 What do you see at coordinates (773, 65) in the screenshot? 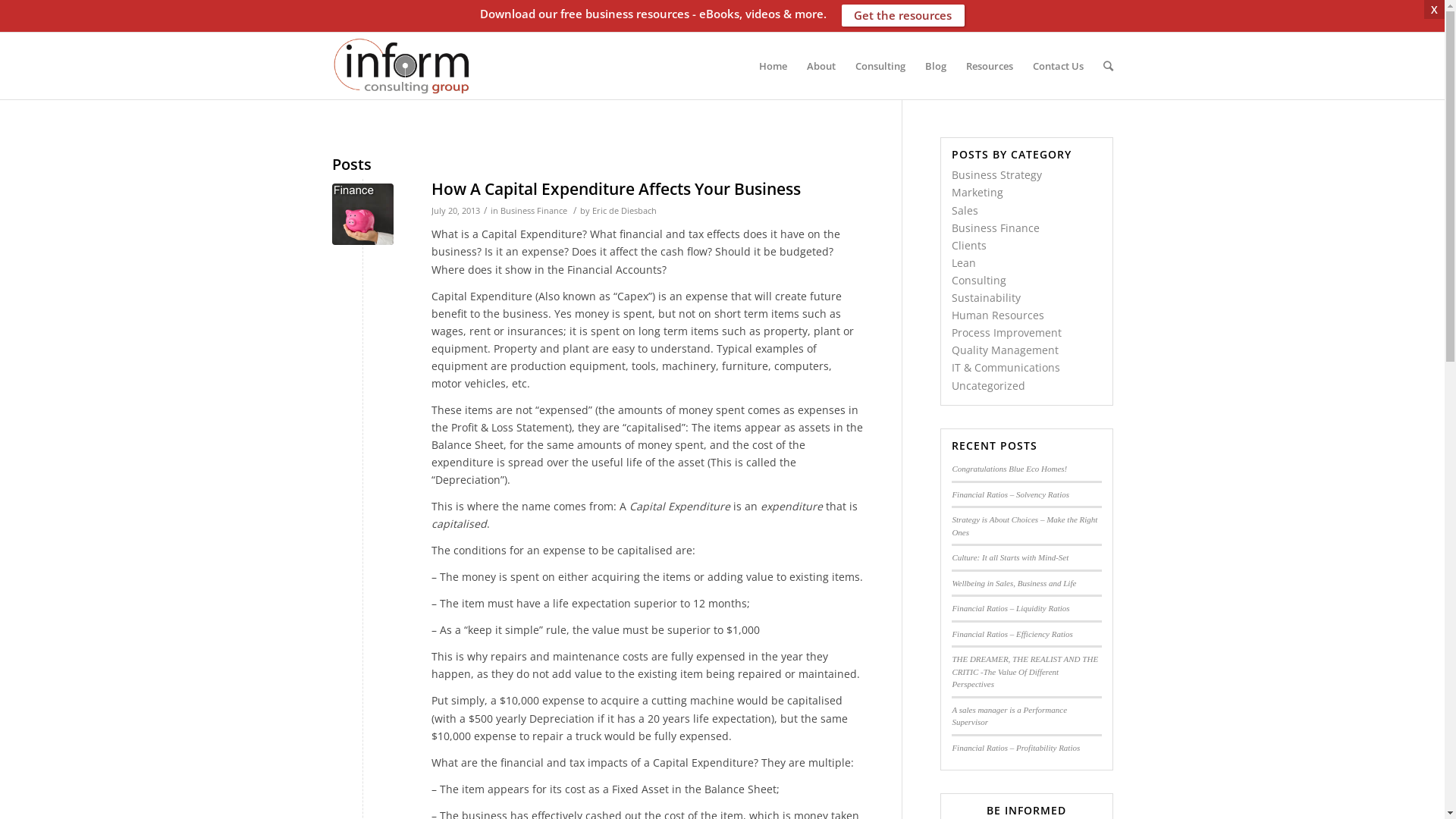
I see `'Home'` at bounding box center [773, 65].